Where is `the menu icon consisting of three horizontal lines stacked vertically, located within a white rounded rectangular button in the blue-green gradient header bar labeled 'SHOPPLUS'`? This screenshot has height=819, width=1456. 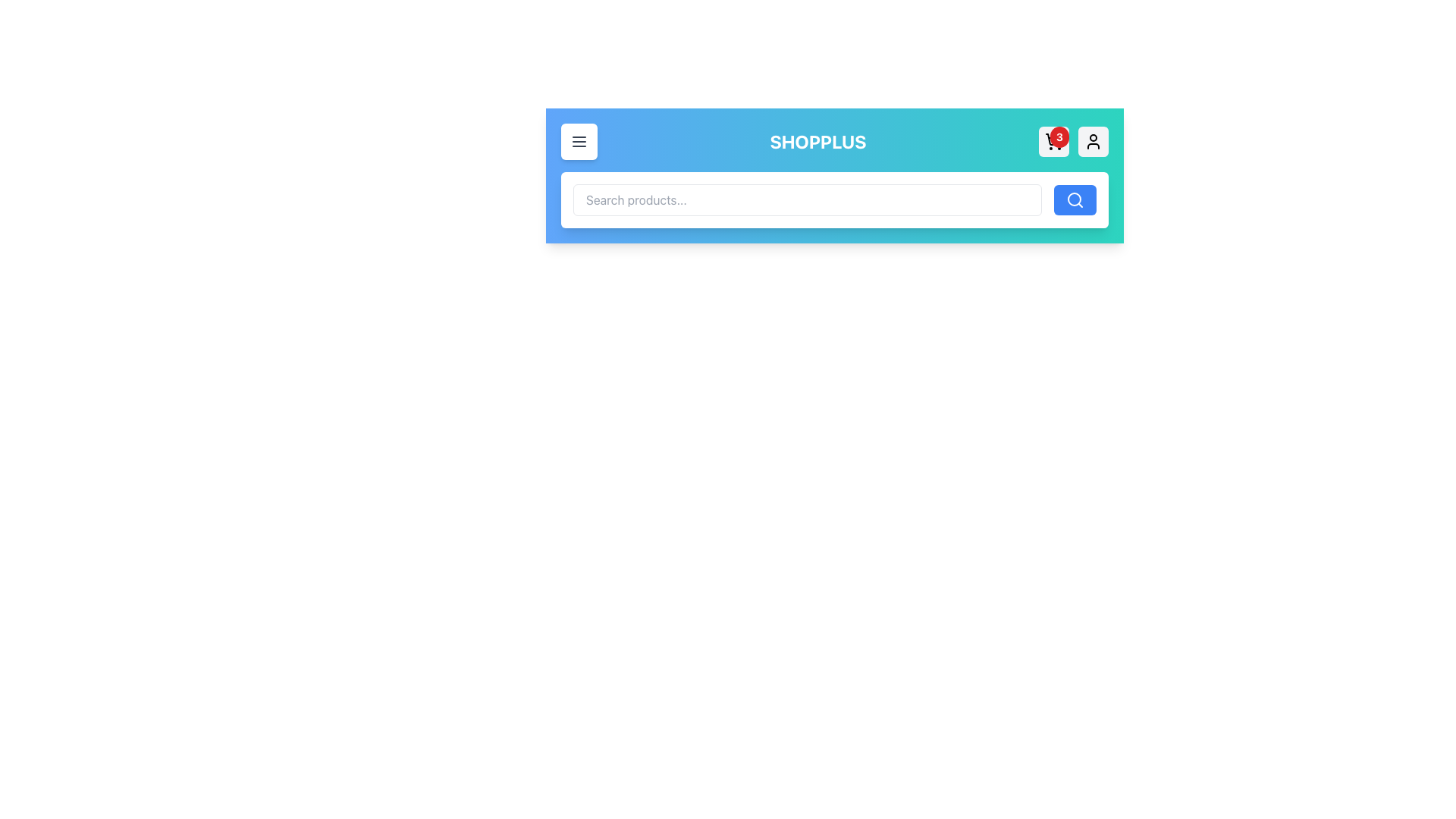 the menu icon consisting of three horizontal lines stacked vertically, located within a white rounded rectangular button in the blue-green gradient header bar labeled 'SHOPPLUS' is located at coordinates (578, 141).